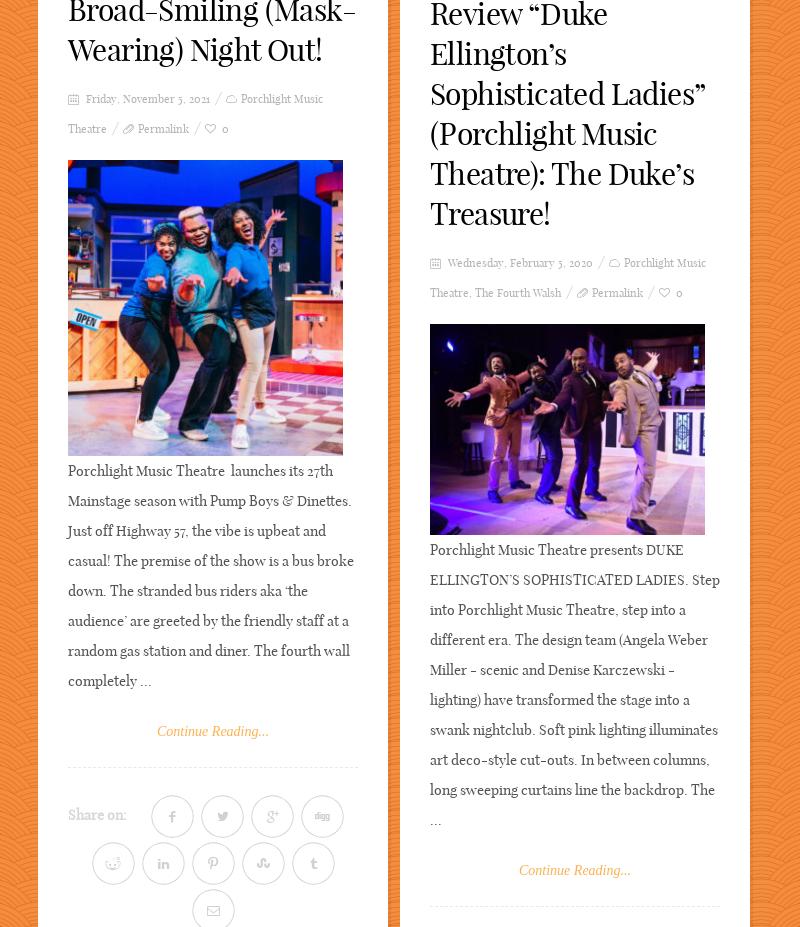 The image size is (800, 927). What do you see at coordinates (146, 98) in the screenshot?
I see `'Friday, November 5, 2021'` at bounding box center [146, 98].